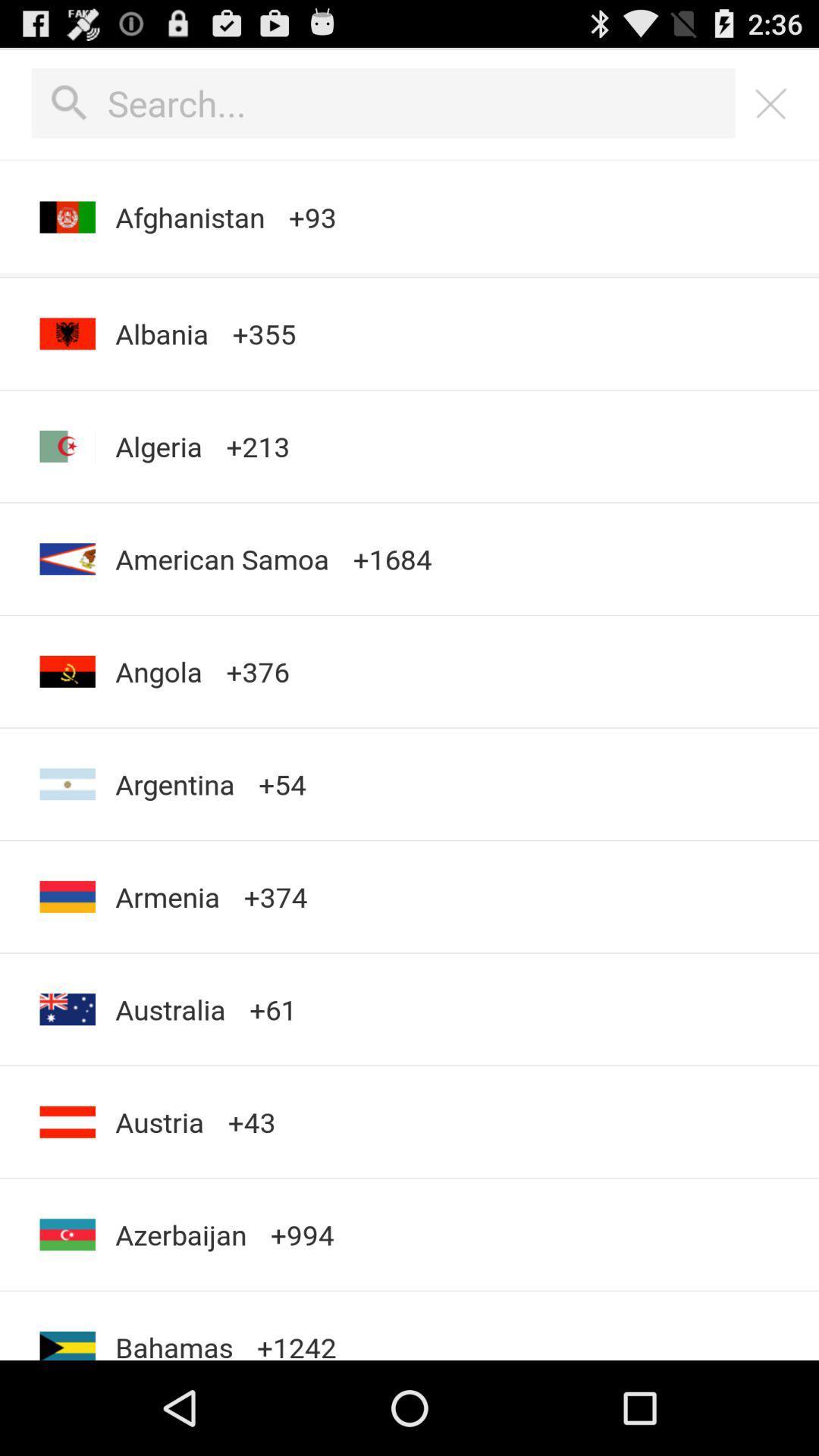 The width and height of the screenshot is (819, 1456). I want to click on search box, so click(382, 102).